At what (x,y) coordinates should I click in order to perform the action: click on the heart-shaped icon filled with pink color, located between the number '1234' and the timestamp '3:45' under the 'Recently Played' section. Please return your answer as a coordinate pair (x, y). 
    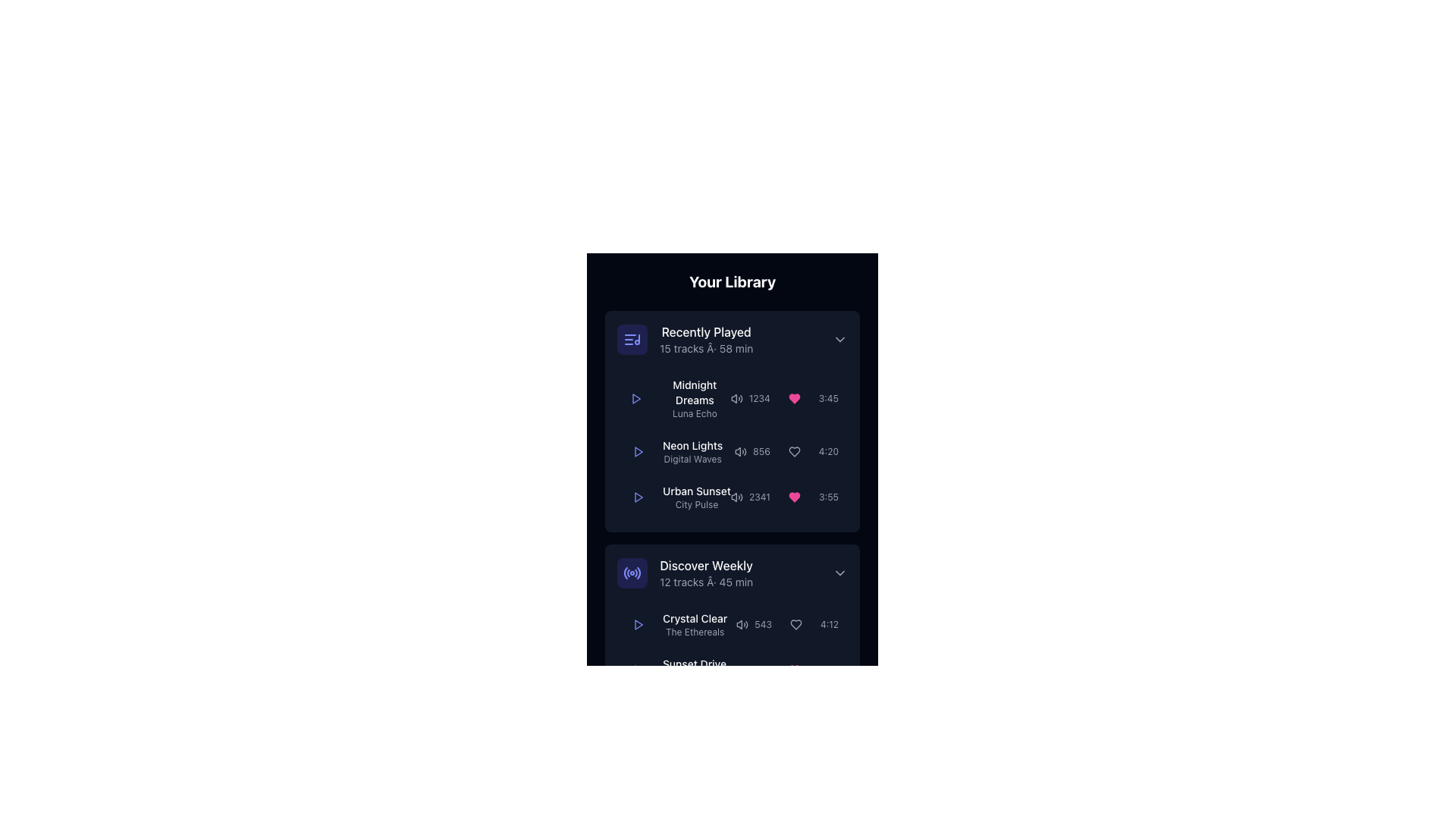
    Looking at the image, I should click on (793, 397).